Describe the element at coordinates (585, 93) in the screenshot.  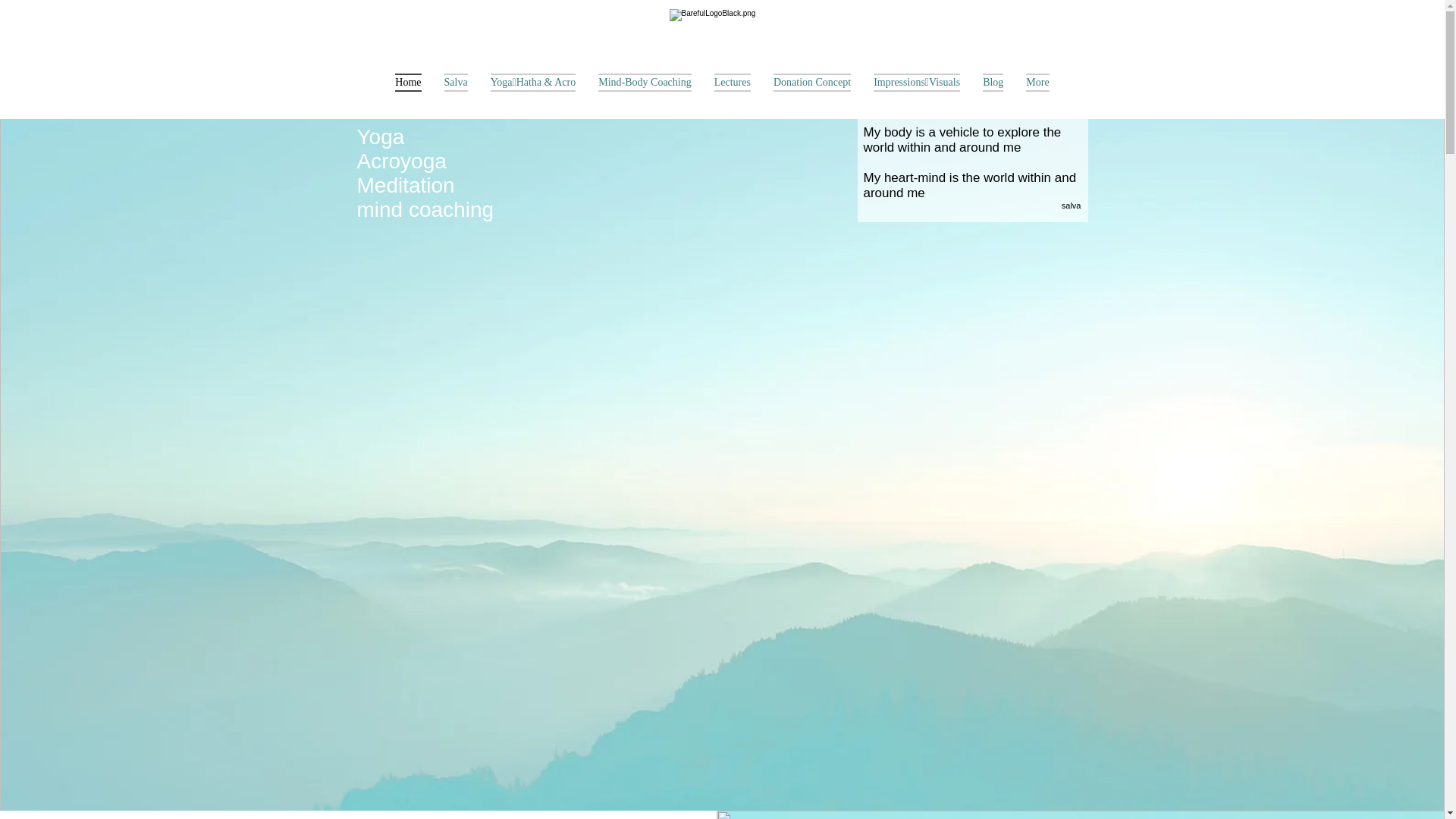
I see `'Mind-Body Coaching'` at that location.